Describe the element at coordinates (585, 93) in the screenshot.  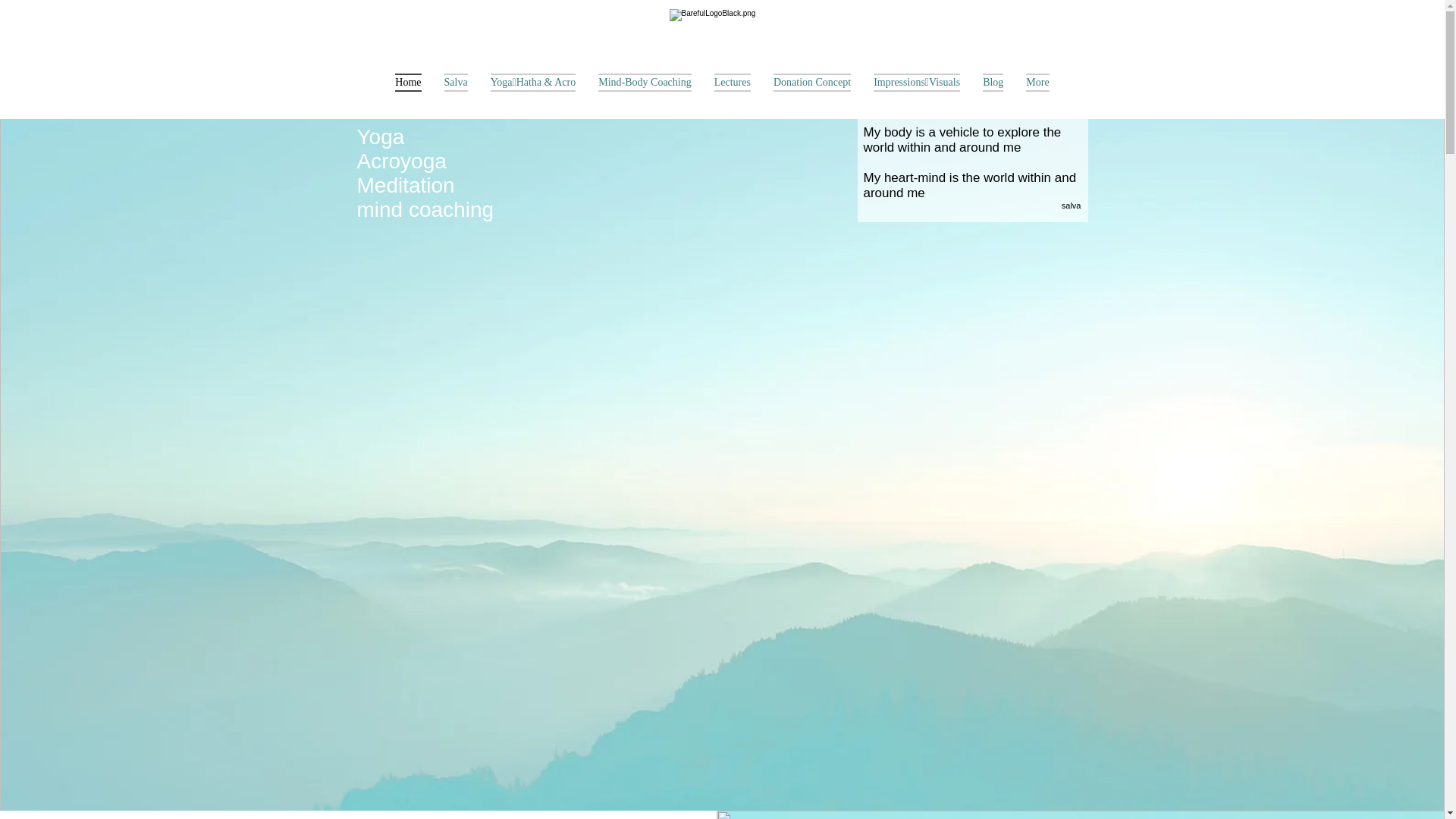
I see `'Mind-Body Coaching'` at that location.